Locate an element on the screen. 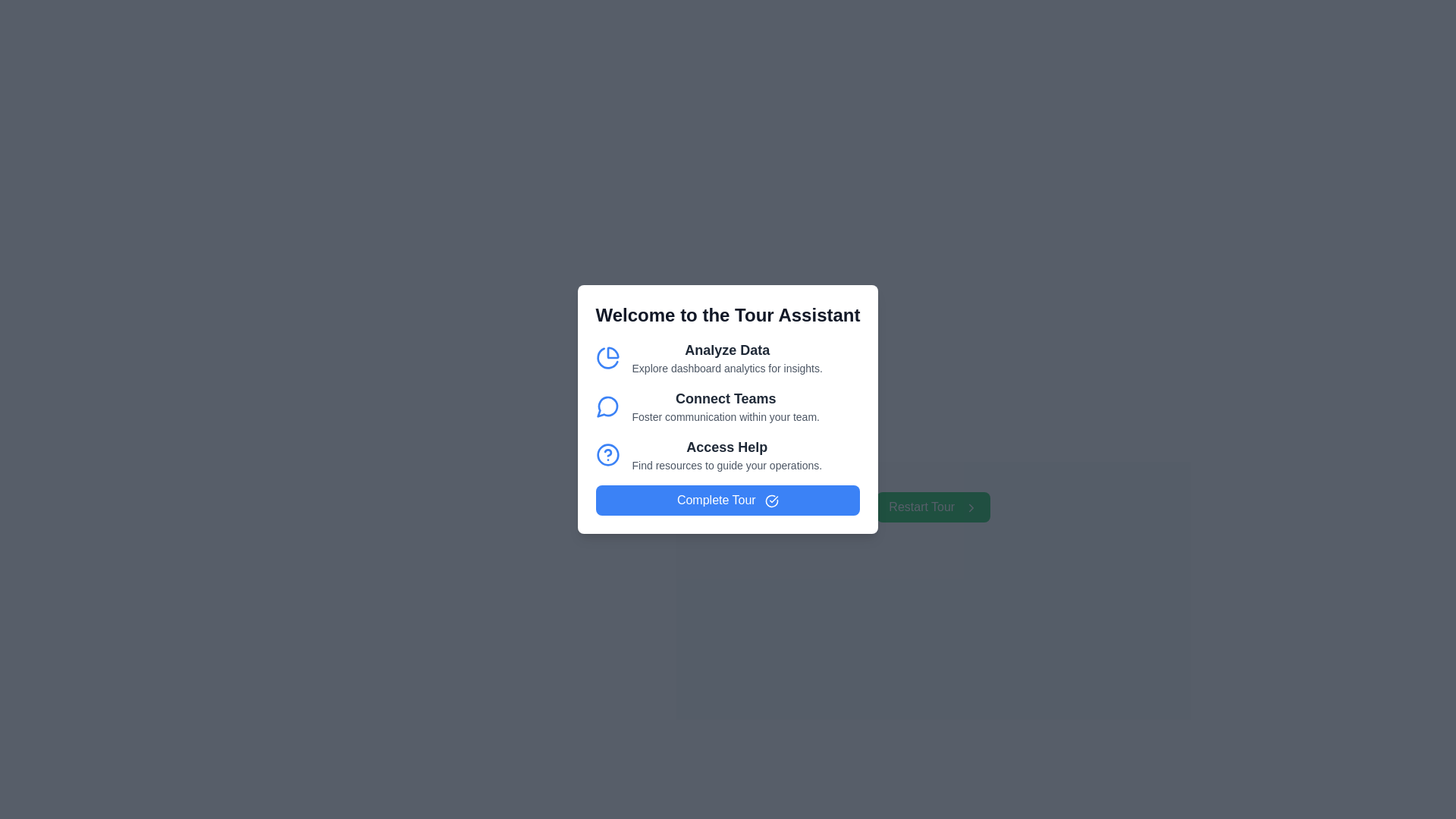  the text label identifying the second option in the modal, which is positioned between 'Analyze Data' and the subtitle 'Foster communication within your team.' is located at coordinates (725, 397).